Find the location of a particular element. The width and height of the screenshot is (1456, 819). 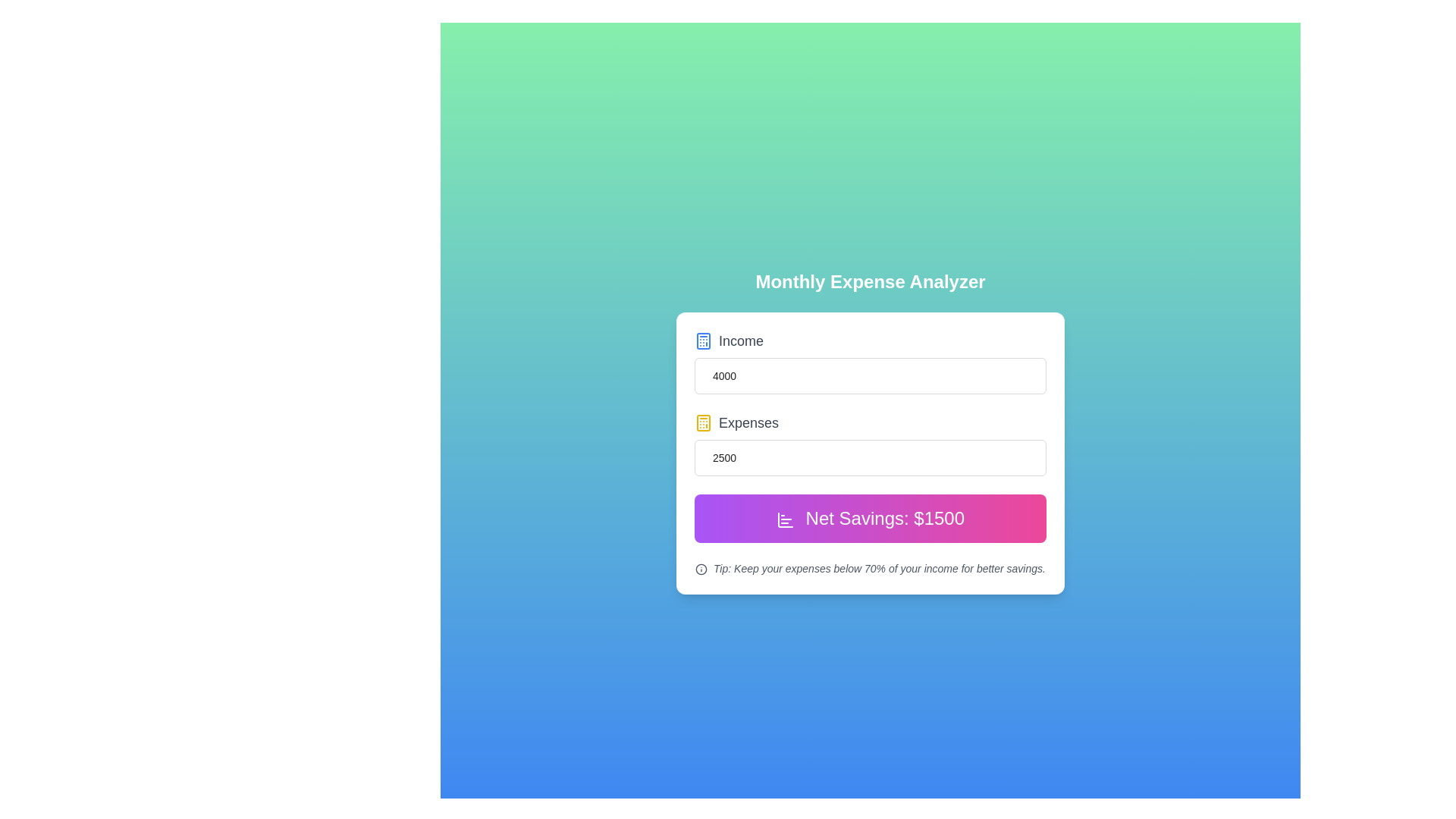

the numeric input field displaying '4000' in the 'Income' section to focus the field is located at coordinates (870, 375).